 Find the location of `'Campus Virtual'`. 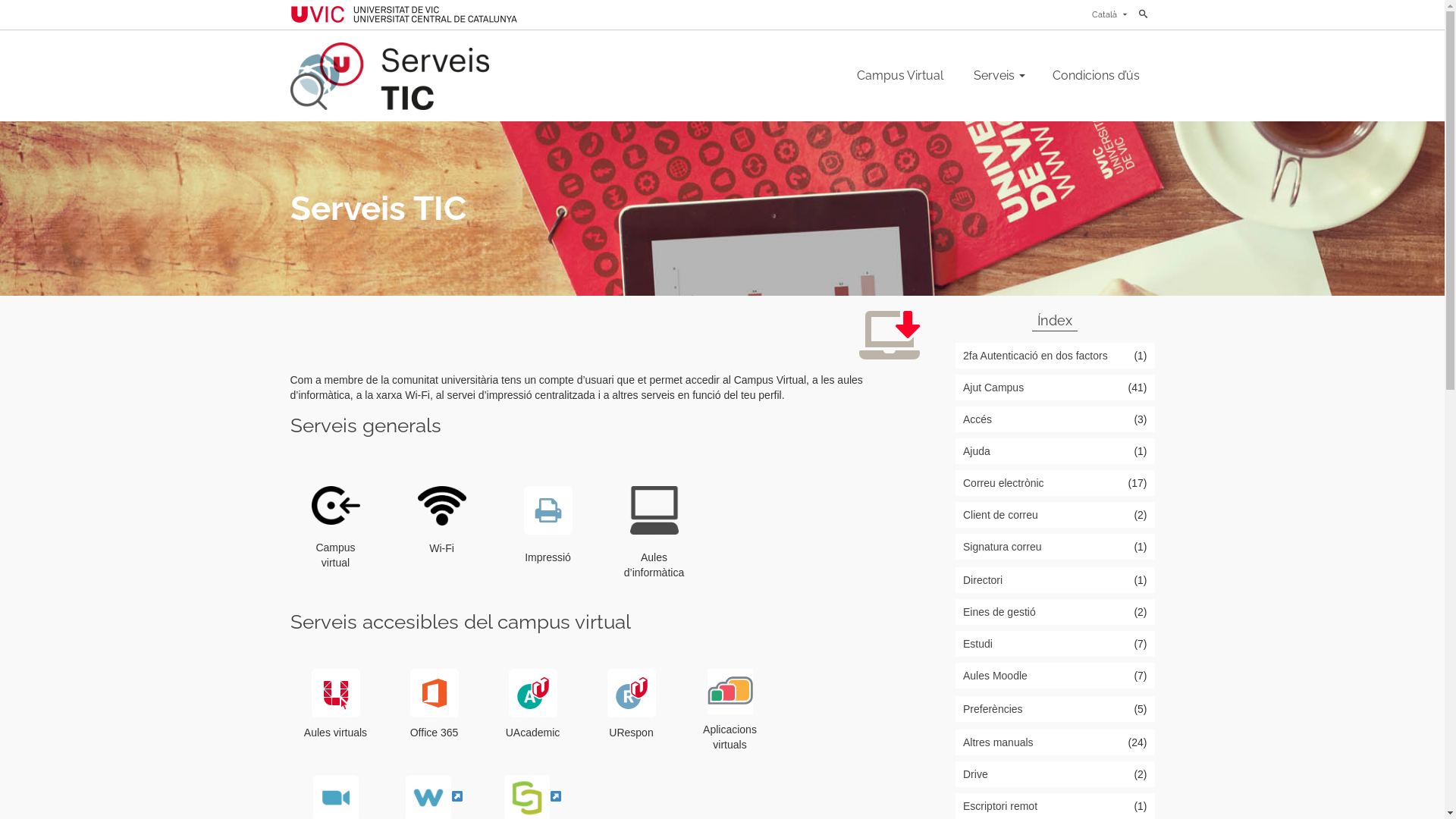

'Campus Virtual' is located at coordinates (899, 76).